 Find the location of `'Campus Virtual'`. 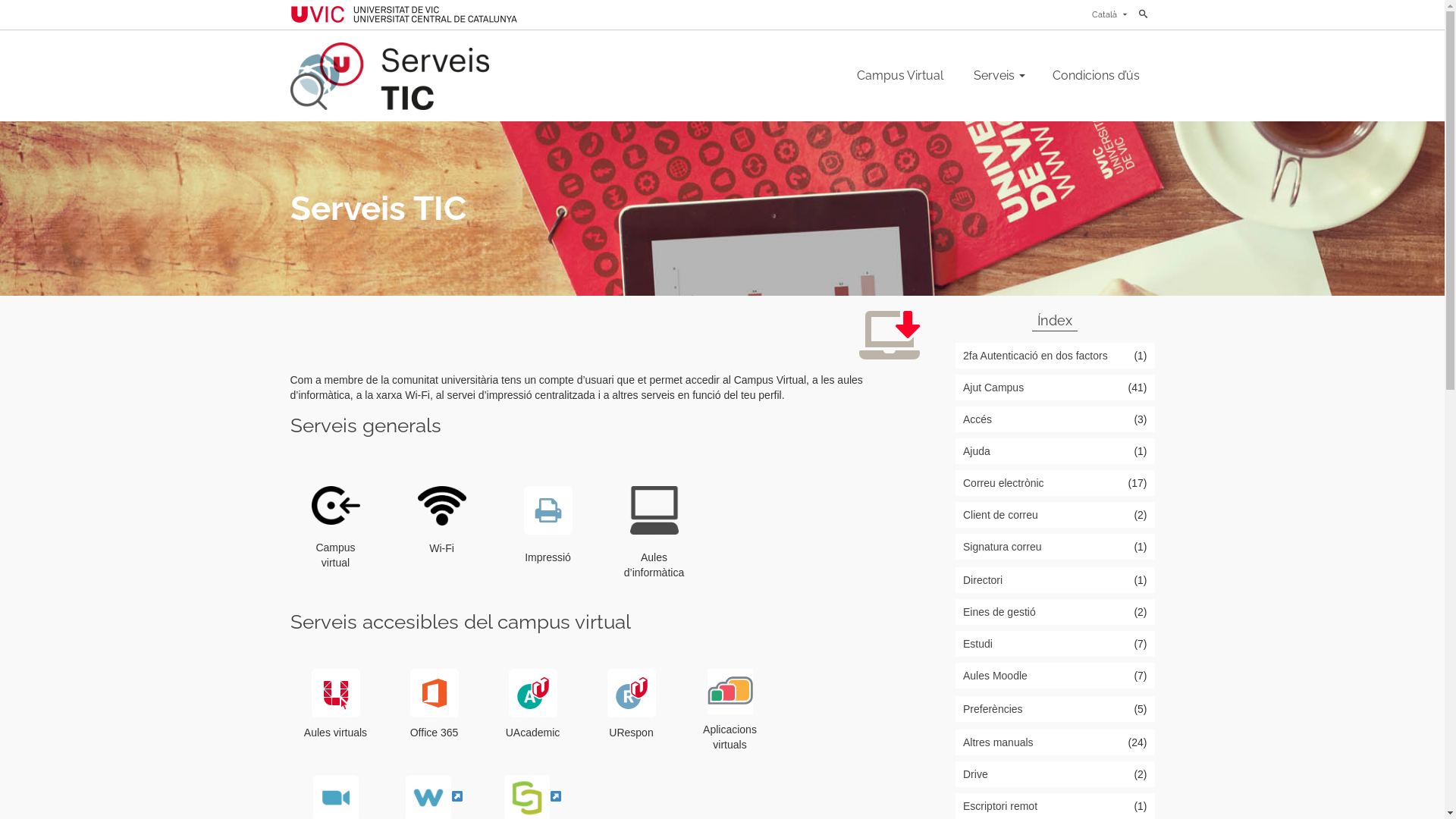

'Campus Virtual' is located at coordinates (899, 76).